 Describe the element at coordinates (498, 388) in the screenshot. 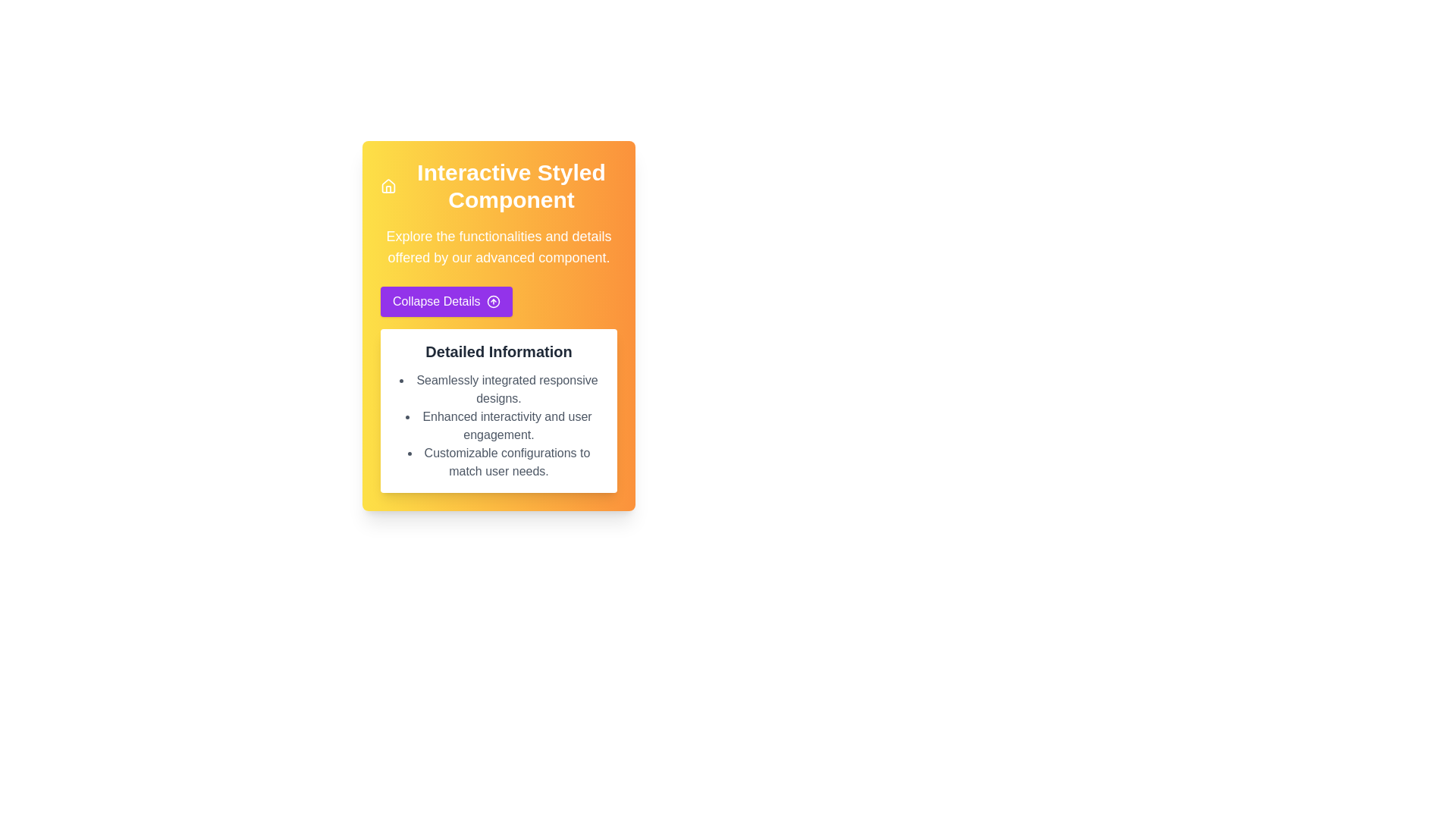

I see `the static text reading 'Seamlessly integrated responsive designs.' which is the first bullet point in the 'Detailed Information' section of the card` at that location.